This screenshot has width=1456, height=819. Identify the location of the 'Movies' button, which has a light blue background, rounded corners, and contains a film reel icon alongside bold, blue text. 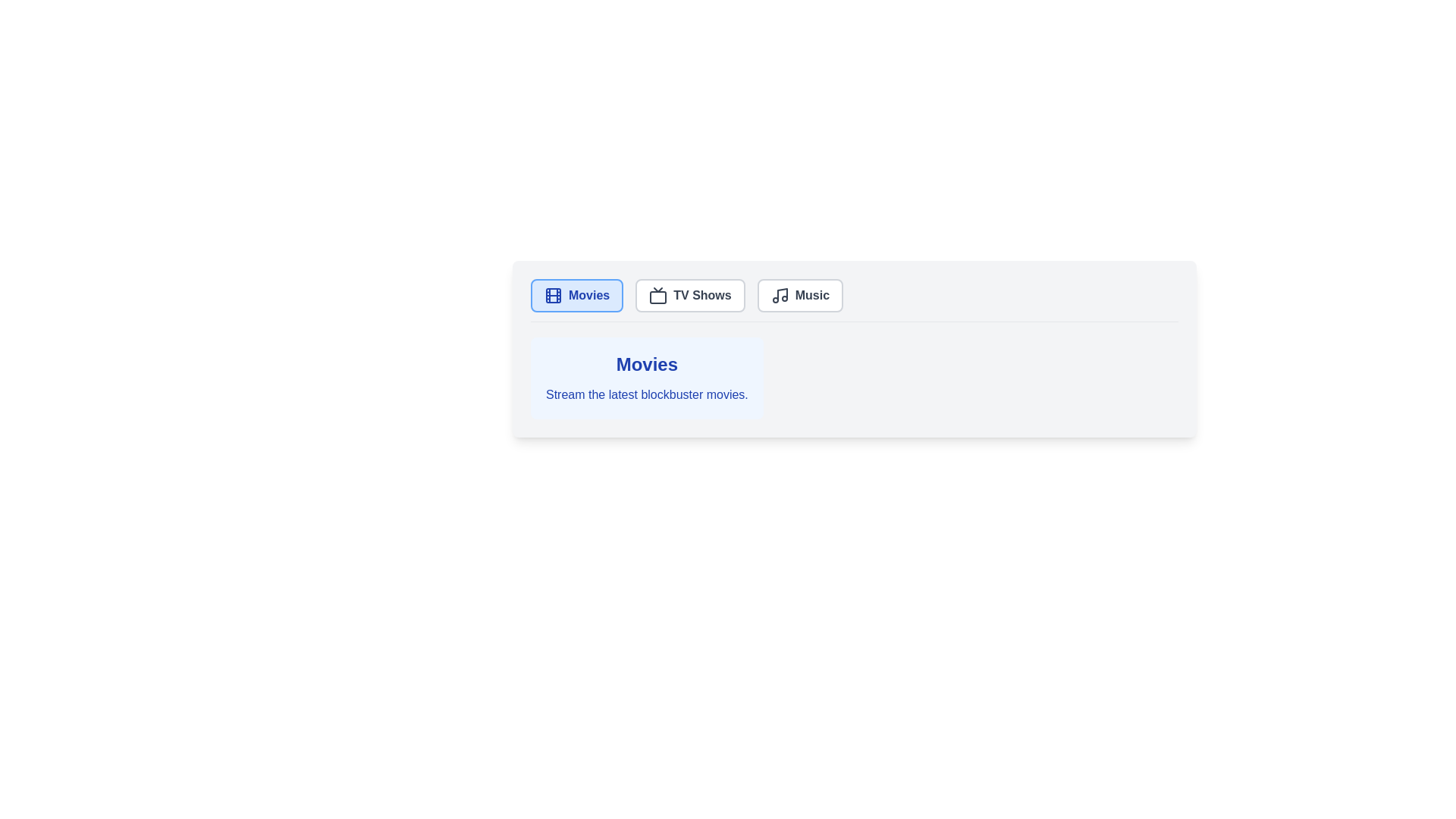
(576, 295).